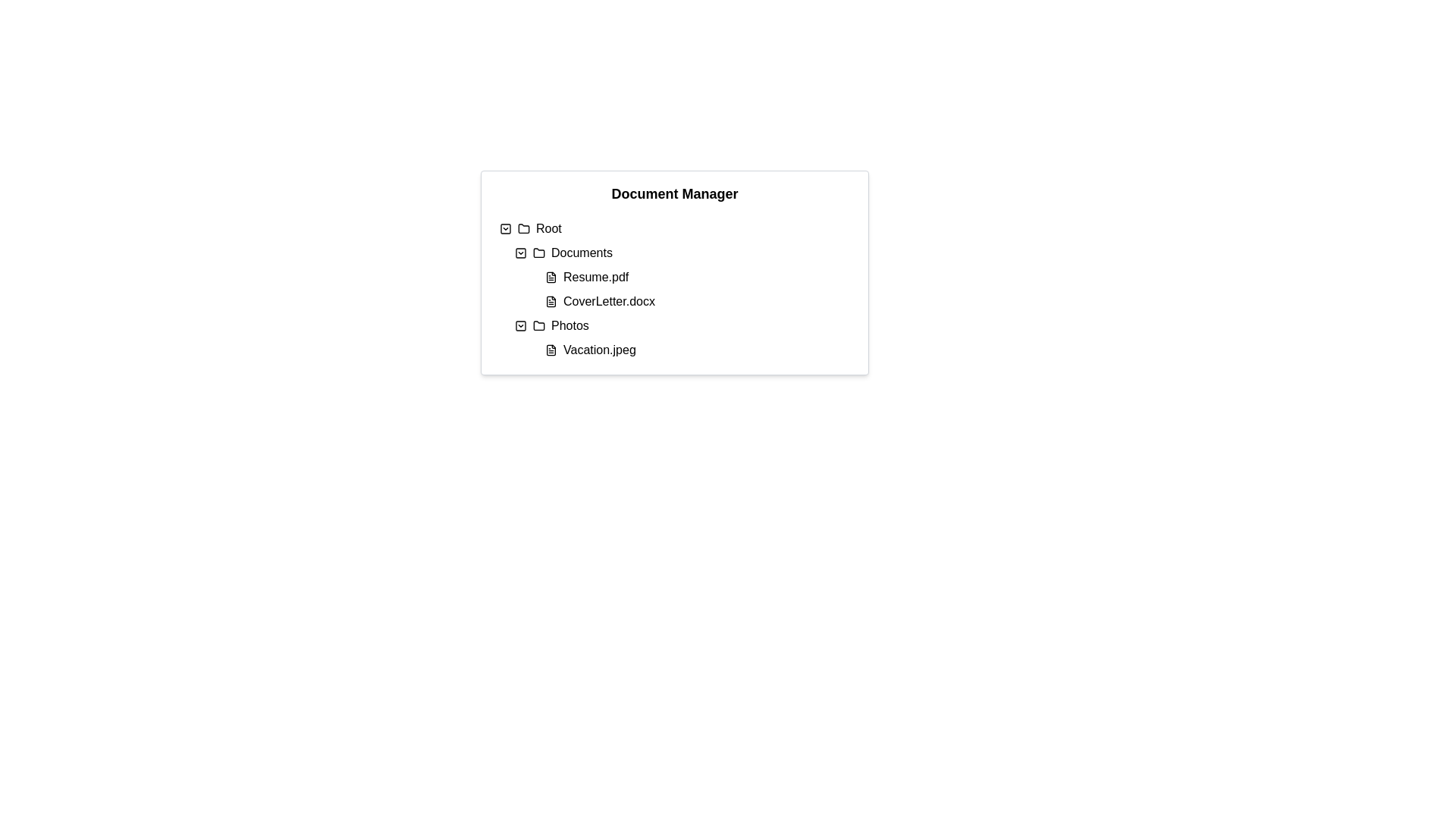  I want to click on the folder icon located to the left of the 'Documents' text label in the Document Manager hierarchy, so click(538, 251).